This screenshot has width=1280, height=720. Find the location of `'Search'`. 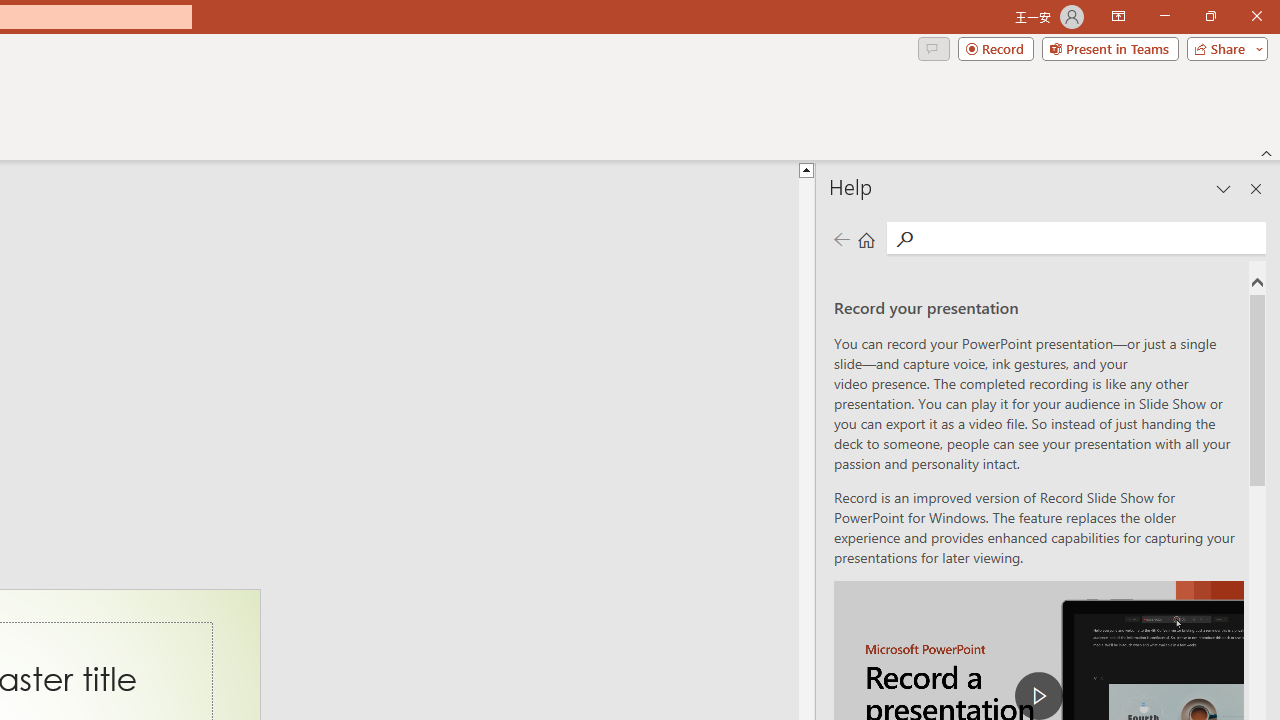

'Search' is located at coordinates (903, 238).